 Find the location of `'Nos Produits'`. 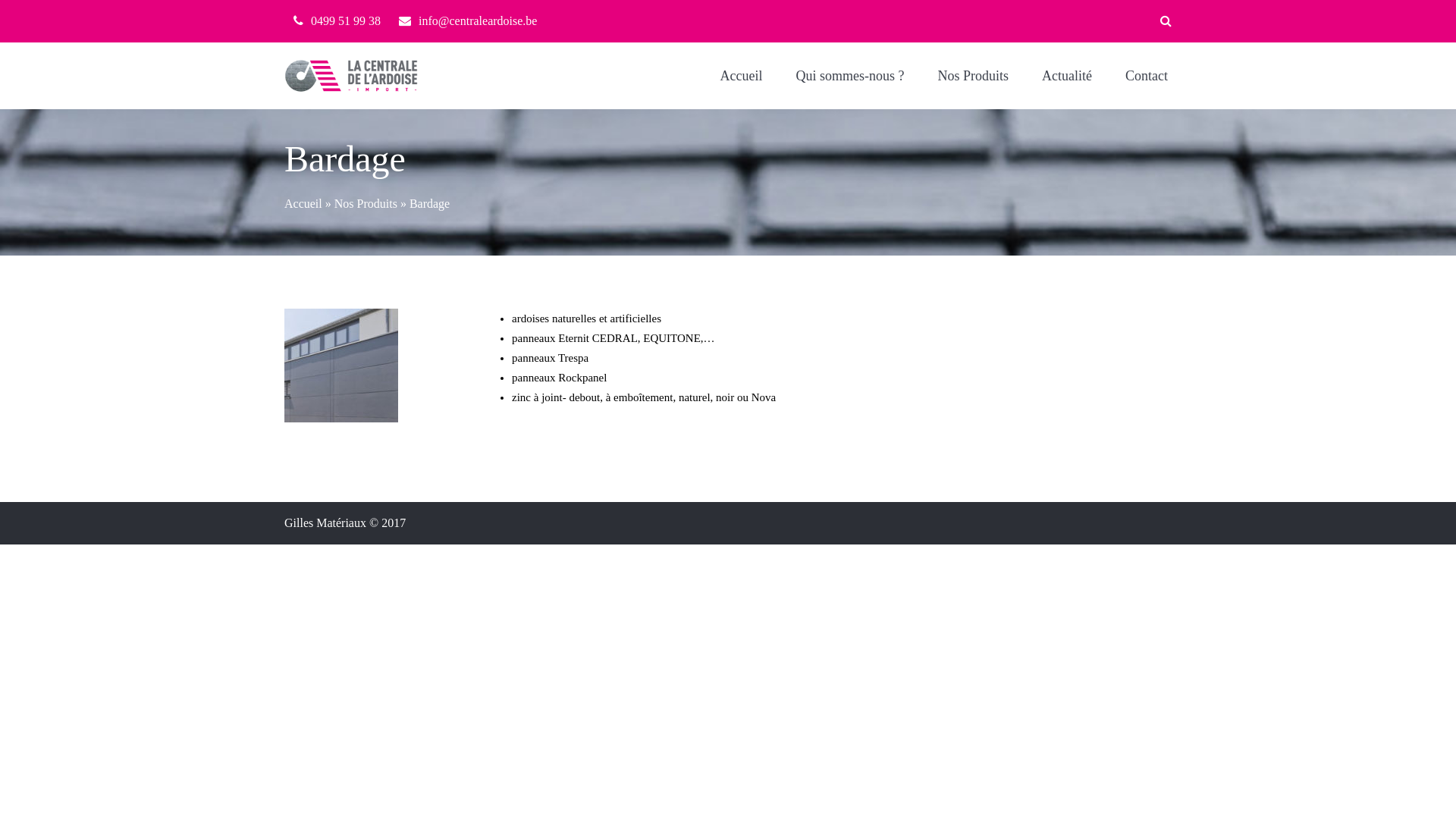

'Nos Produits' is located at coordinates (366, 202).